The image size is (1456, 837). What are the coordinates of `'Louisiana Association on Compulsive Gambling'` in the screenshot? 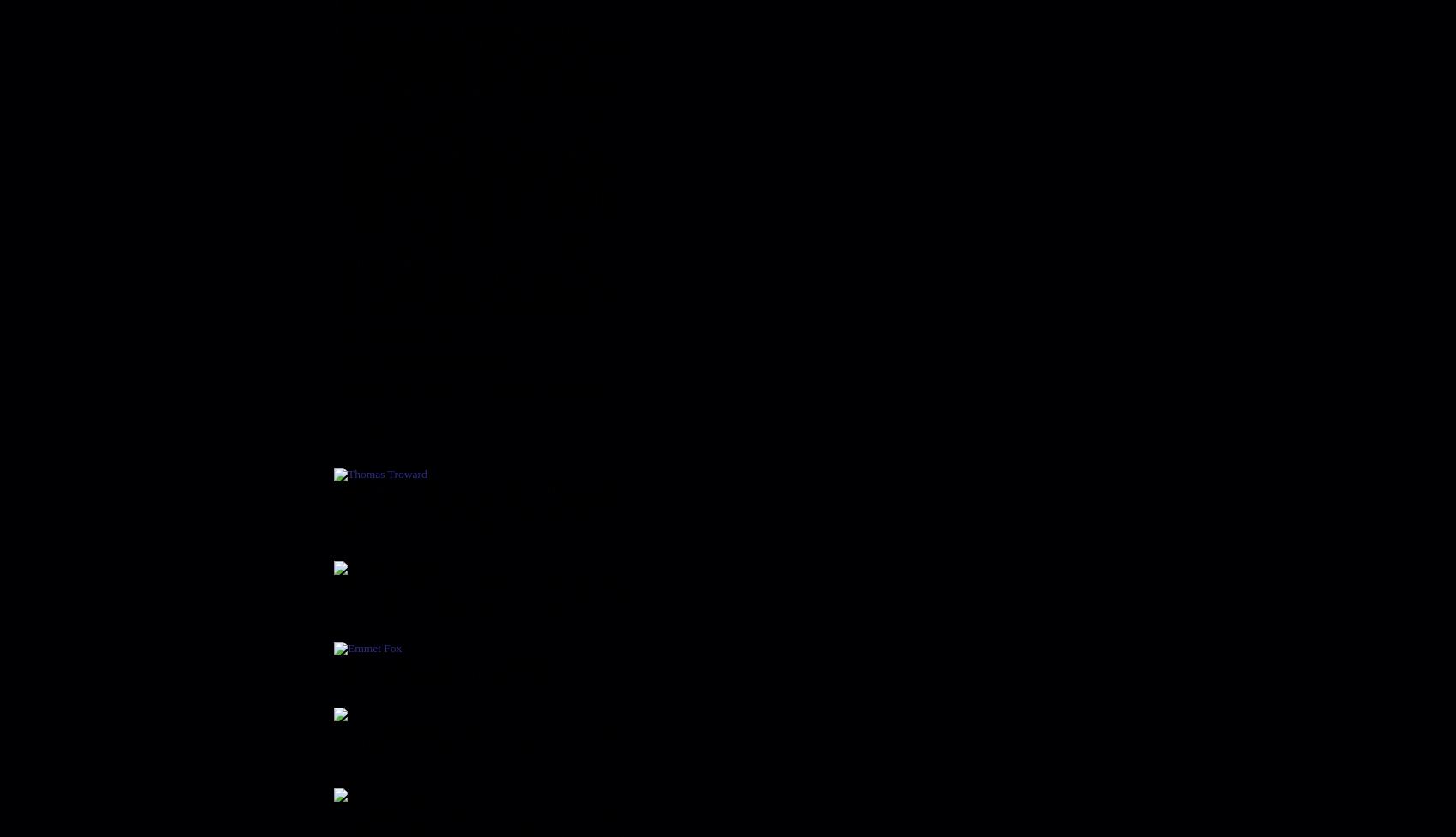 It's located at (332, 388).